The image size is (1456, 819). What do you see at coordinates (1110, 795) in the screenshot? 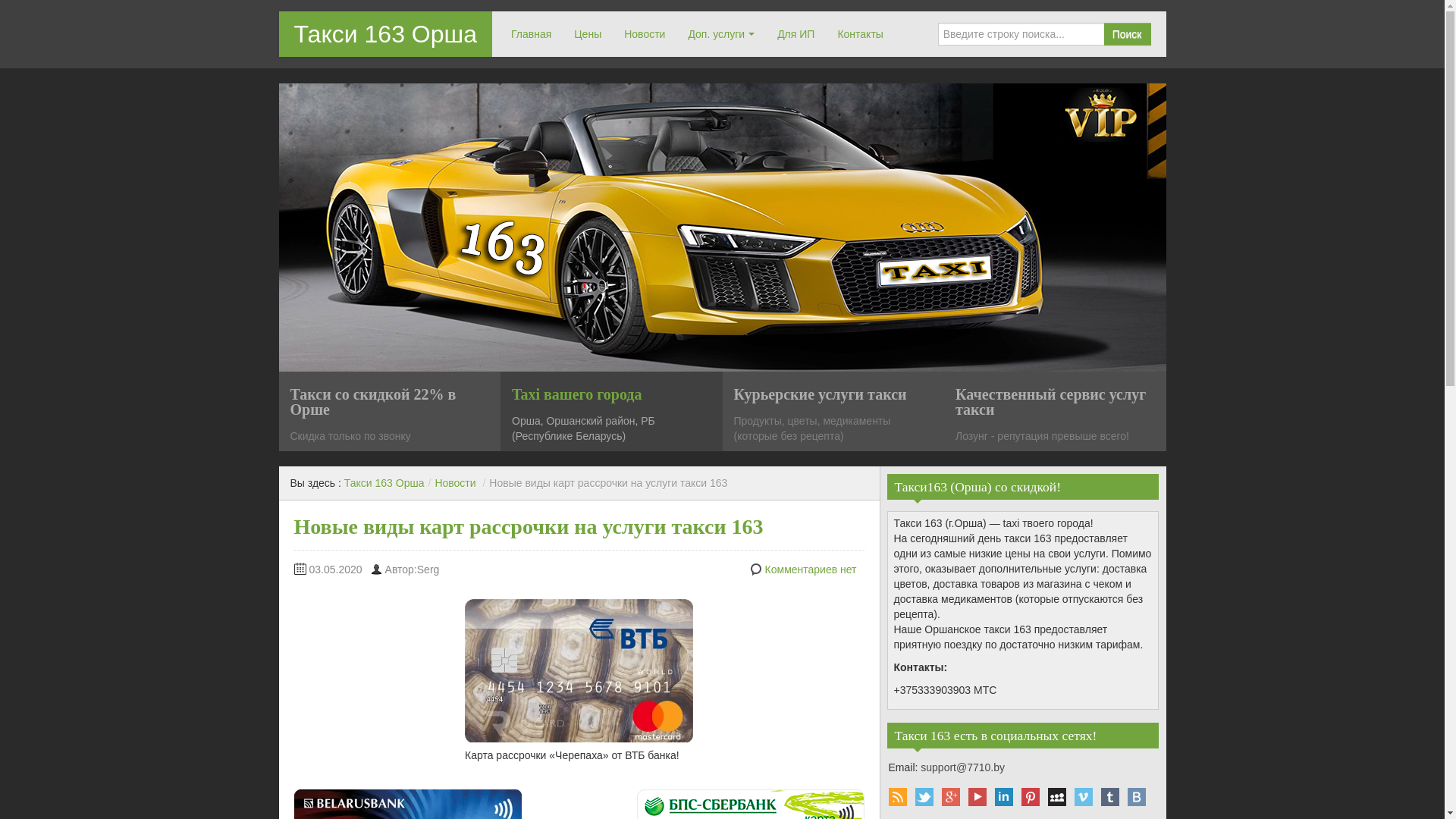
I see `'Tumblr'` at bounding box center [1110, 795].